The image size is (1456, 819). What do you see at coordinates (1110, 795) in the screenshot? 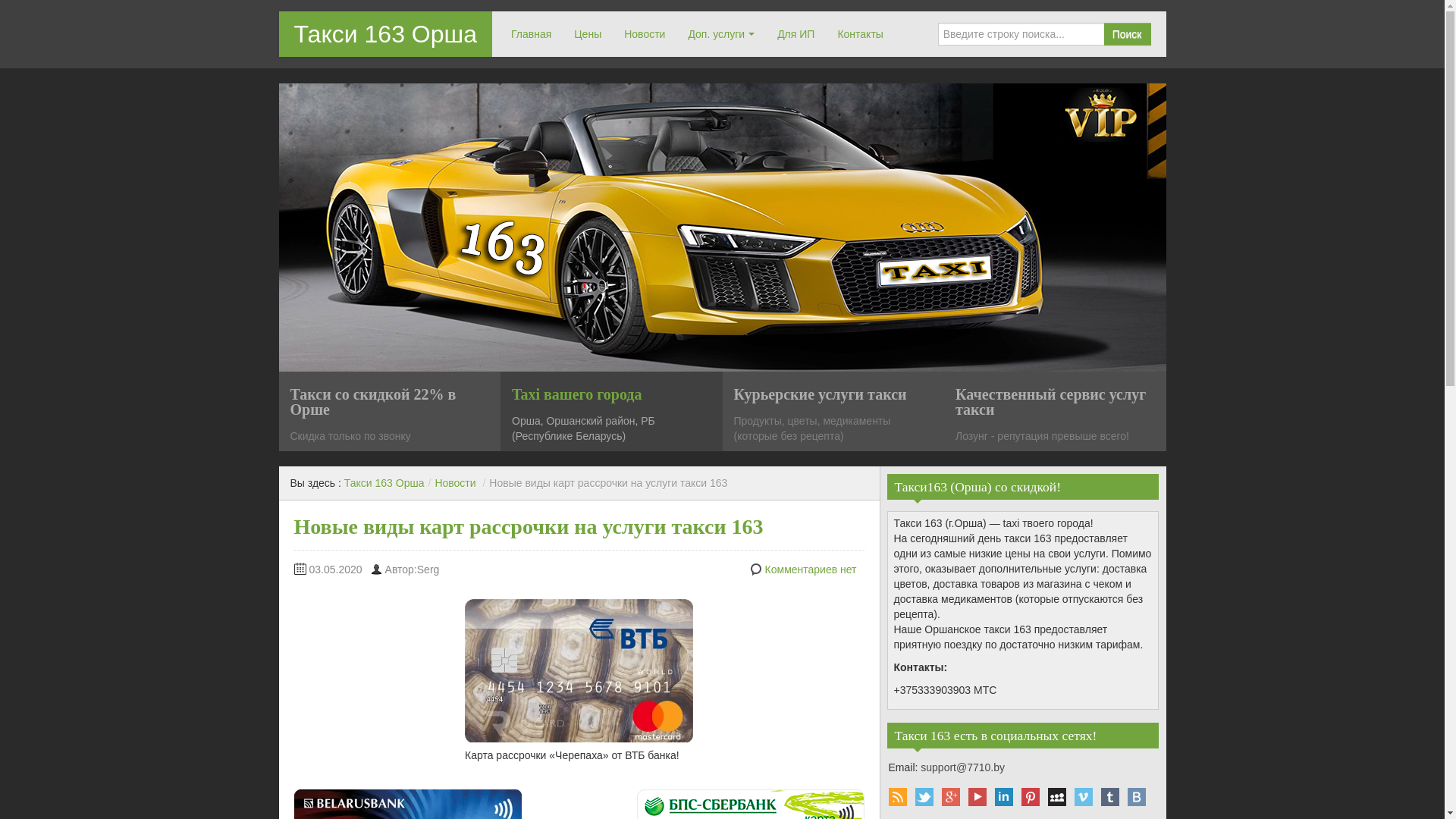
I see `'Tumblr'` at bounding box center [1110, 795].